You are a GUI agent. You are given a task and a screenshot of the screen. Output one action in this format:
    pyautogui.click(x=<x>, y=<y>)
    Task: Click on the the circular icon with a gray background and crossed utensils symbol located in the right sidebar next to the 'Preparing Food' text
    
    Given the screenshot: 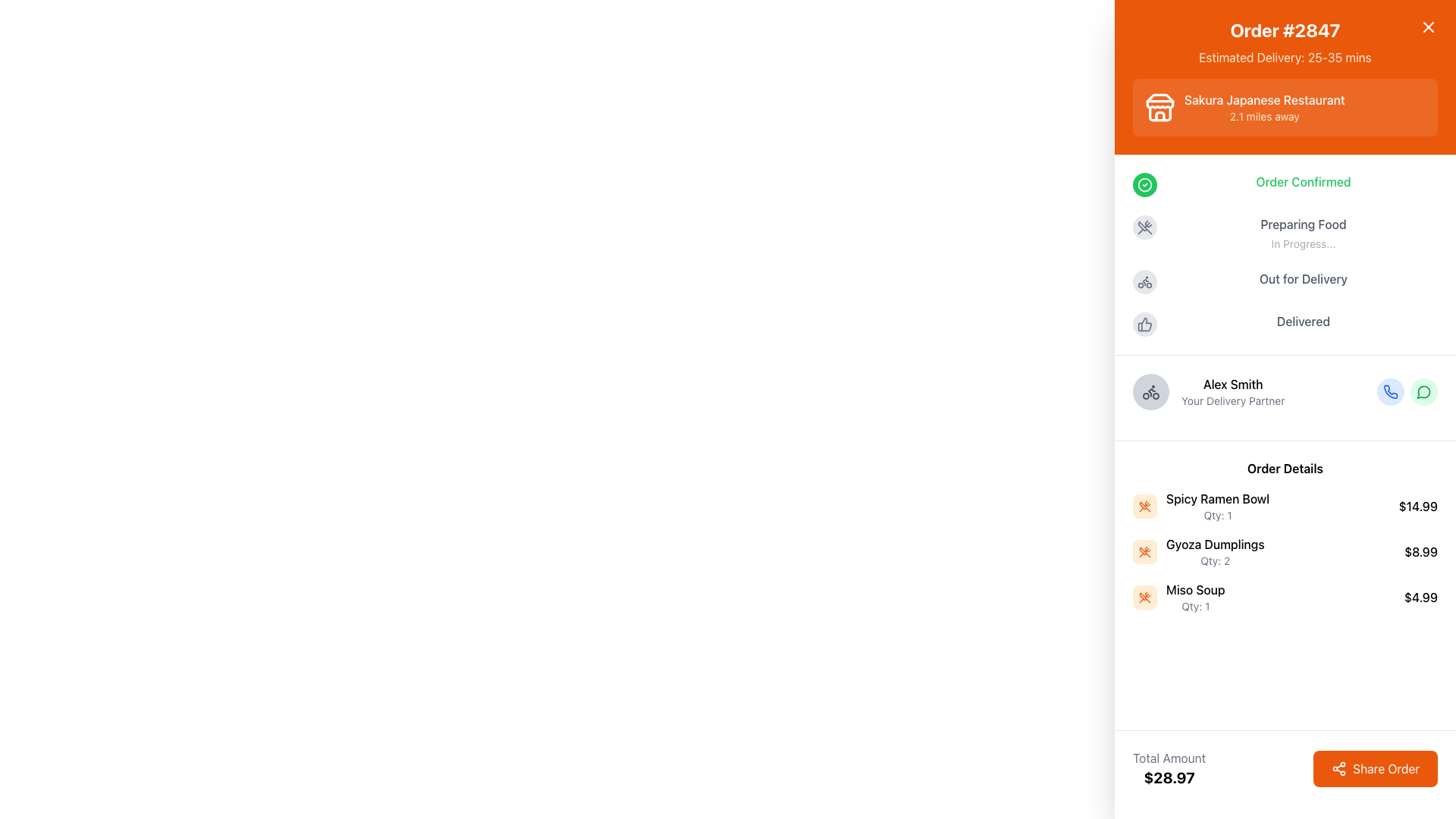 What is the action you would take?
    pyautogui.click(x=1145, y=227)
    